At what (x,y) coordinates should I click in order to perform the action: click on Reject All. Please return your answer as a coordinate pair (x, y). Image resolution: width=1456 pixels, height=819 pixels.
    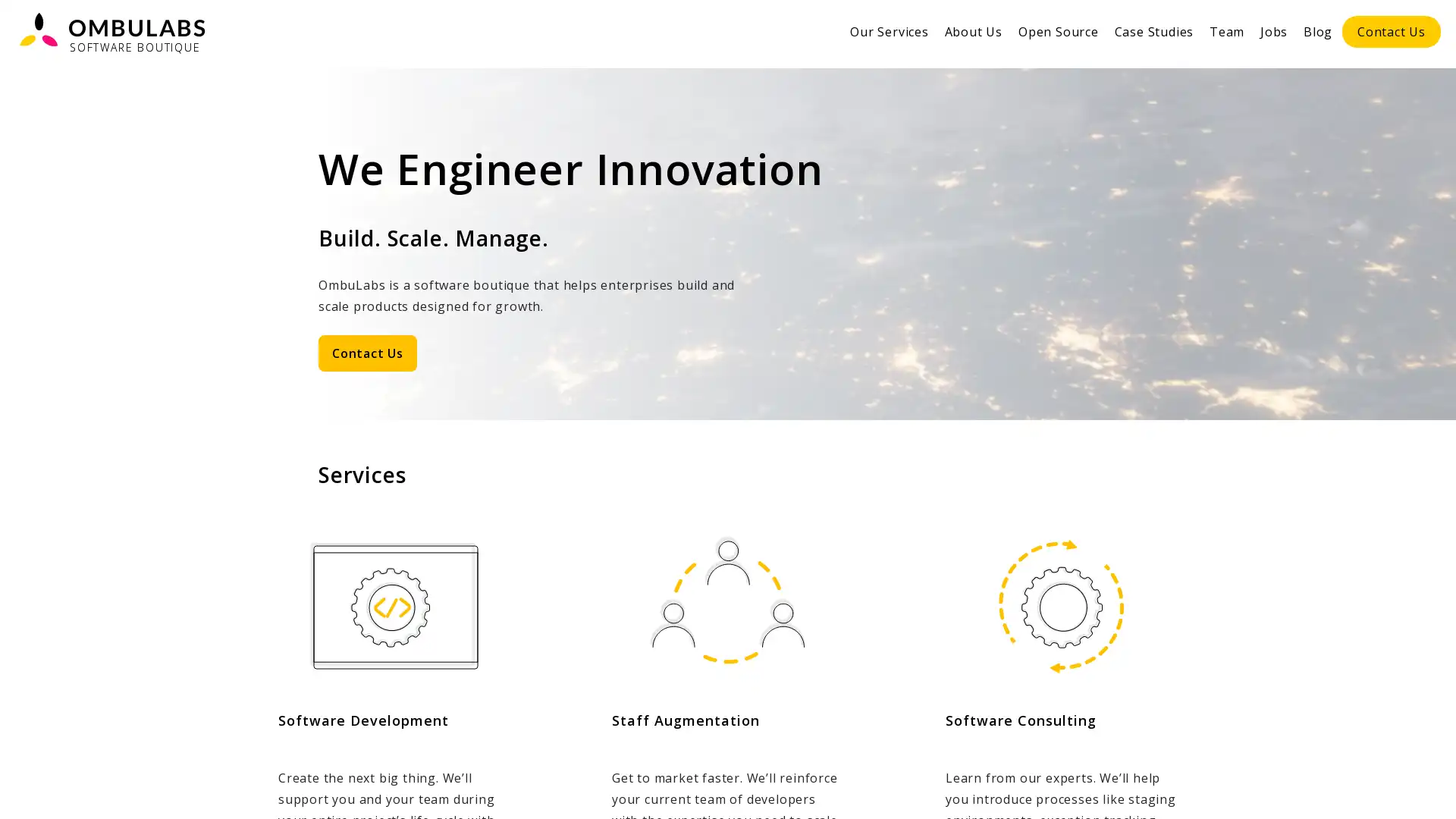
    Looking at the image, I should click on (1292, 788).